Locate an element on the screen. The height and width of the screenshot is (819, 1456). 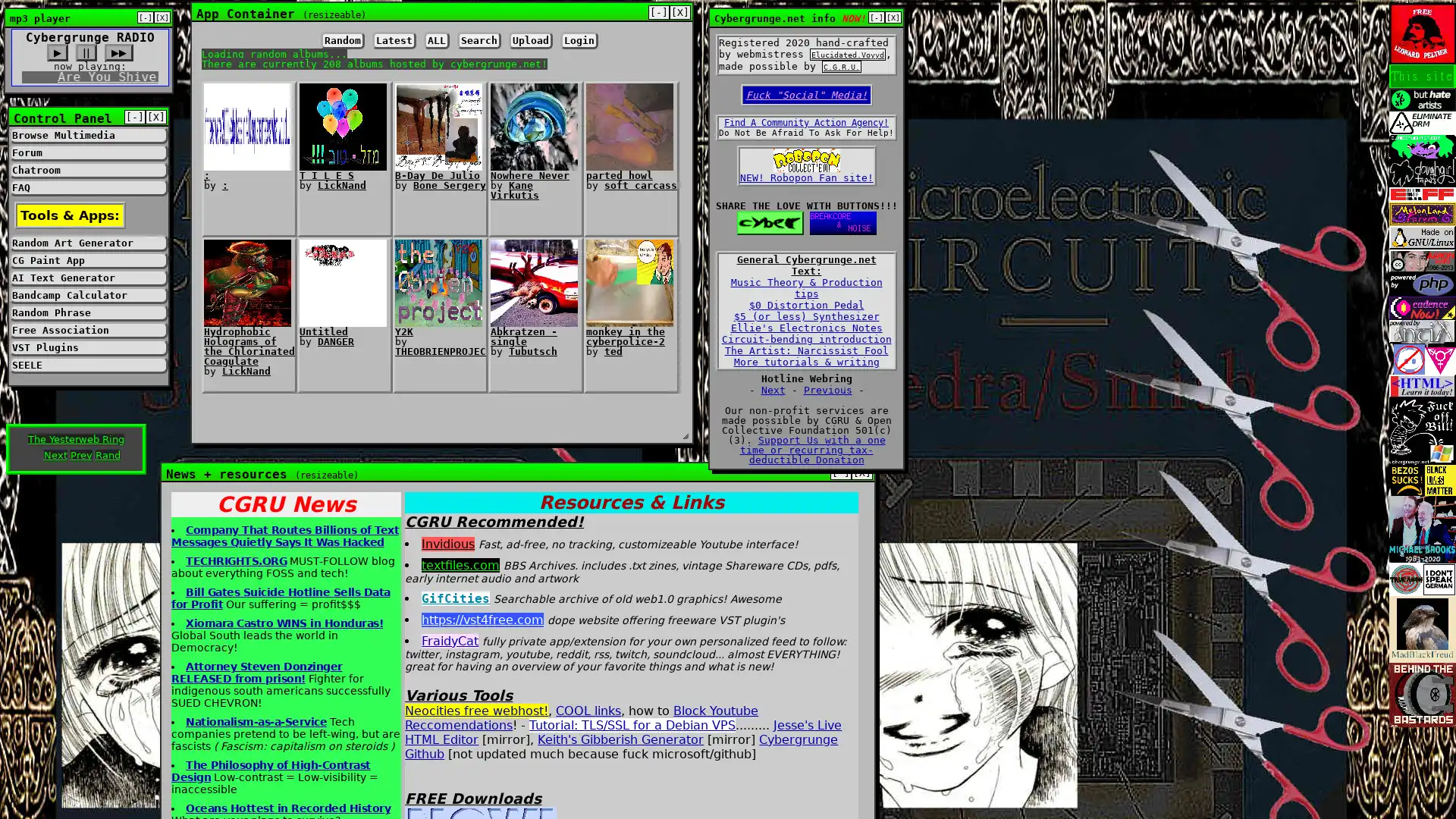
[X] is located at coordinates (679, 12).